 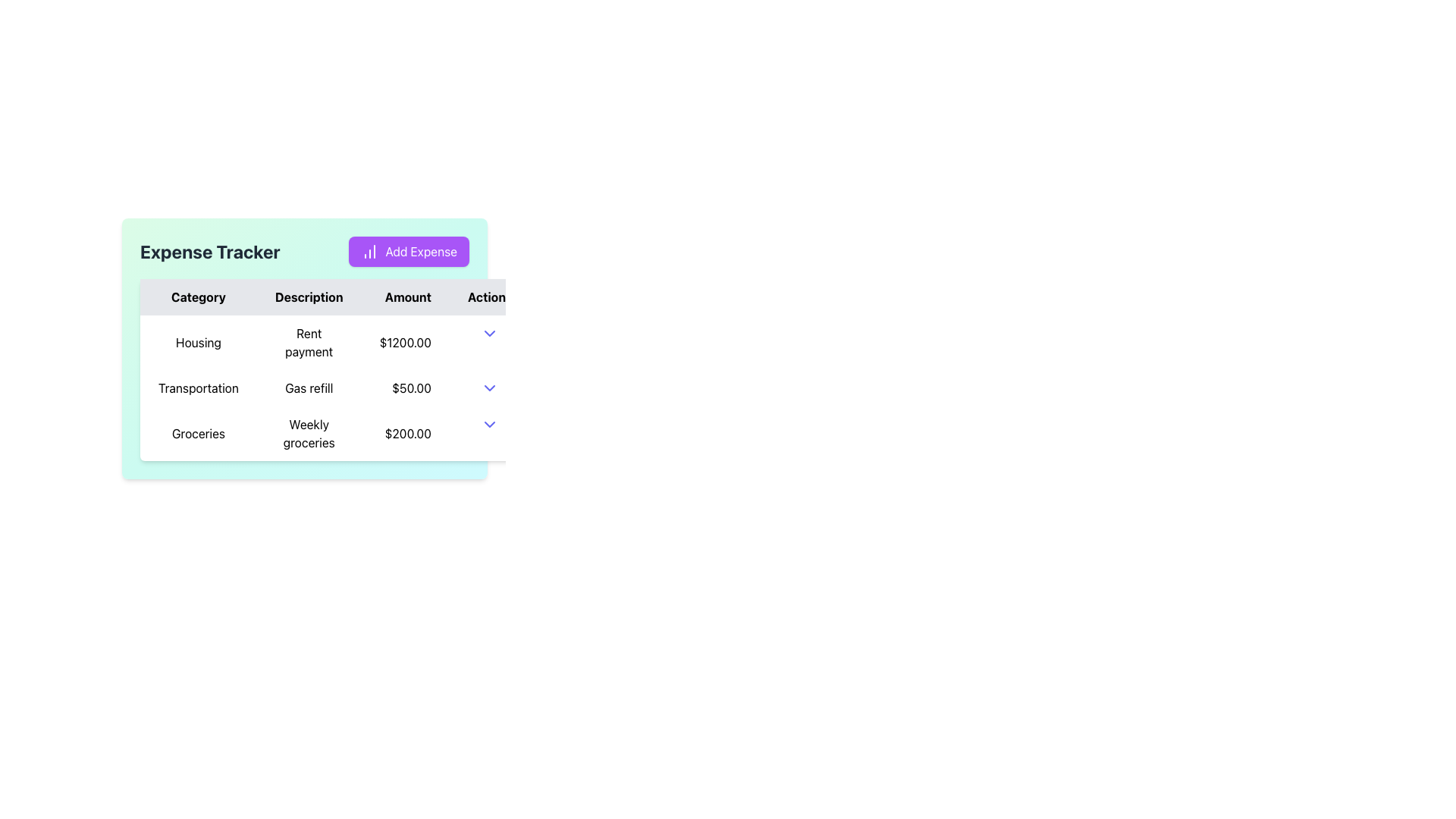 I want to click on the table row displaying 'Gas refill' under the 'Transportation' category with an amount of '$50.00', so click(x=334, y=388).